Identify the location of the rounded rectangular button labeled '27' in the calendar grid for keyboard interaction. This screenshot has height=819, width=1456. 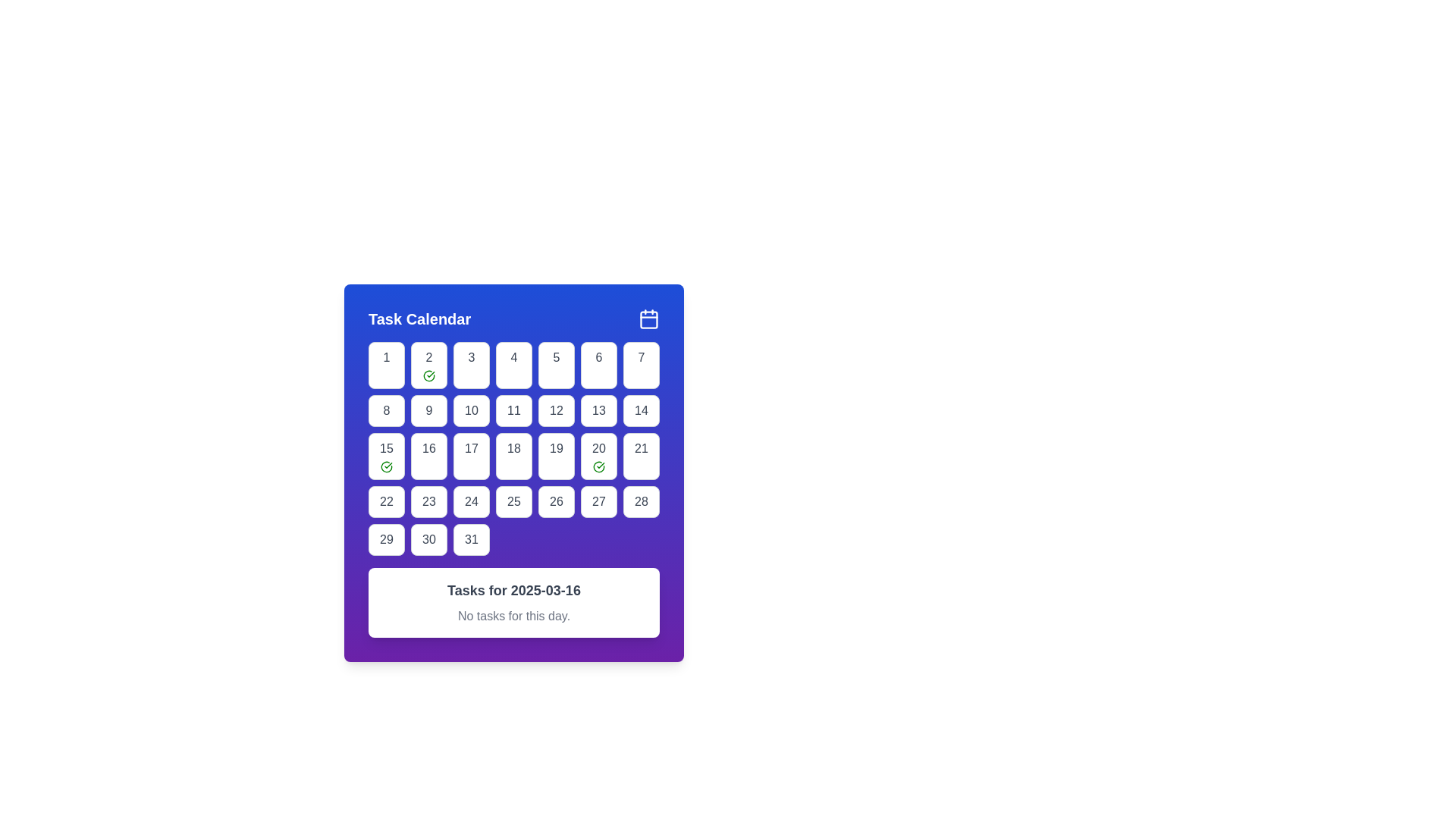
(598, 502).